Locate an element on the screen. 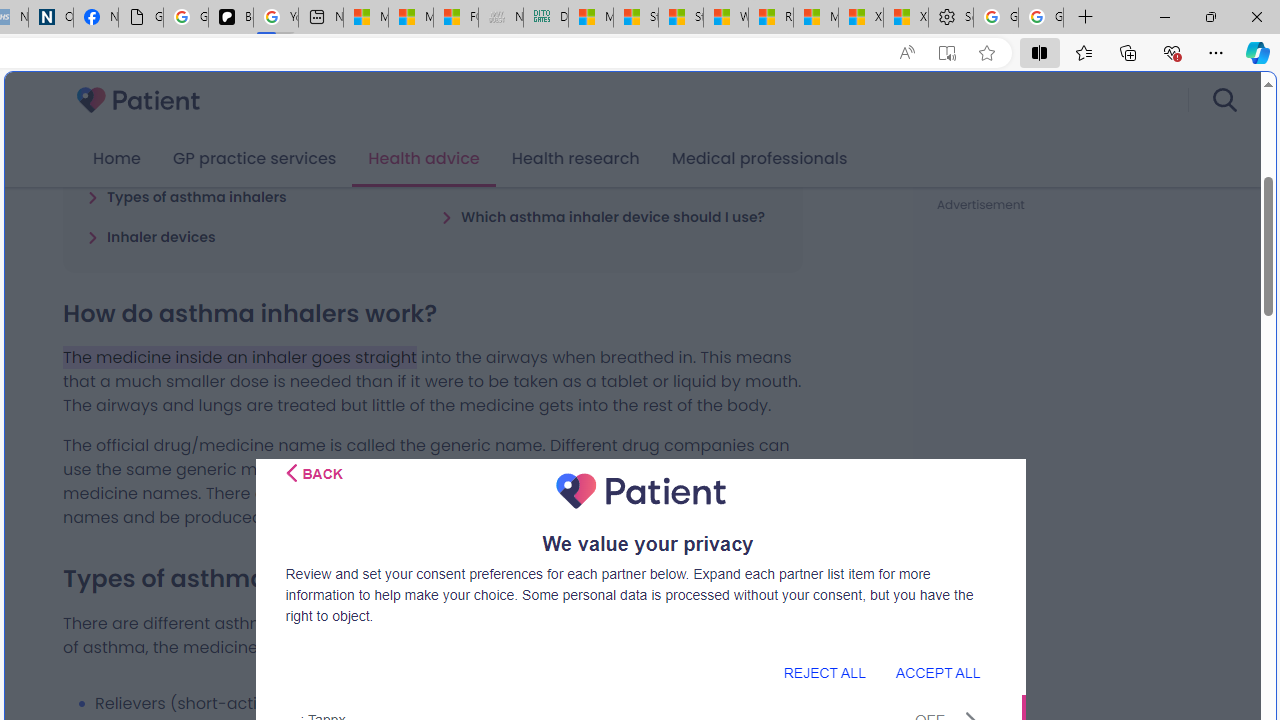 The image size is (1280, 720). 'Which asthma inhaler device should I use?' is located at coordinates (602, 217).